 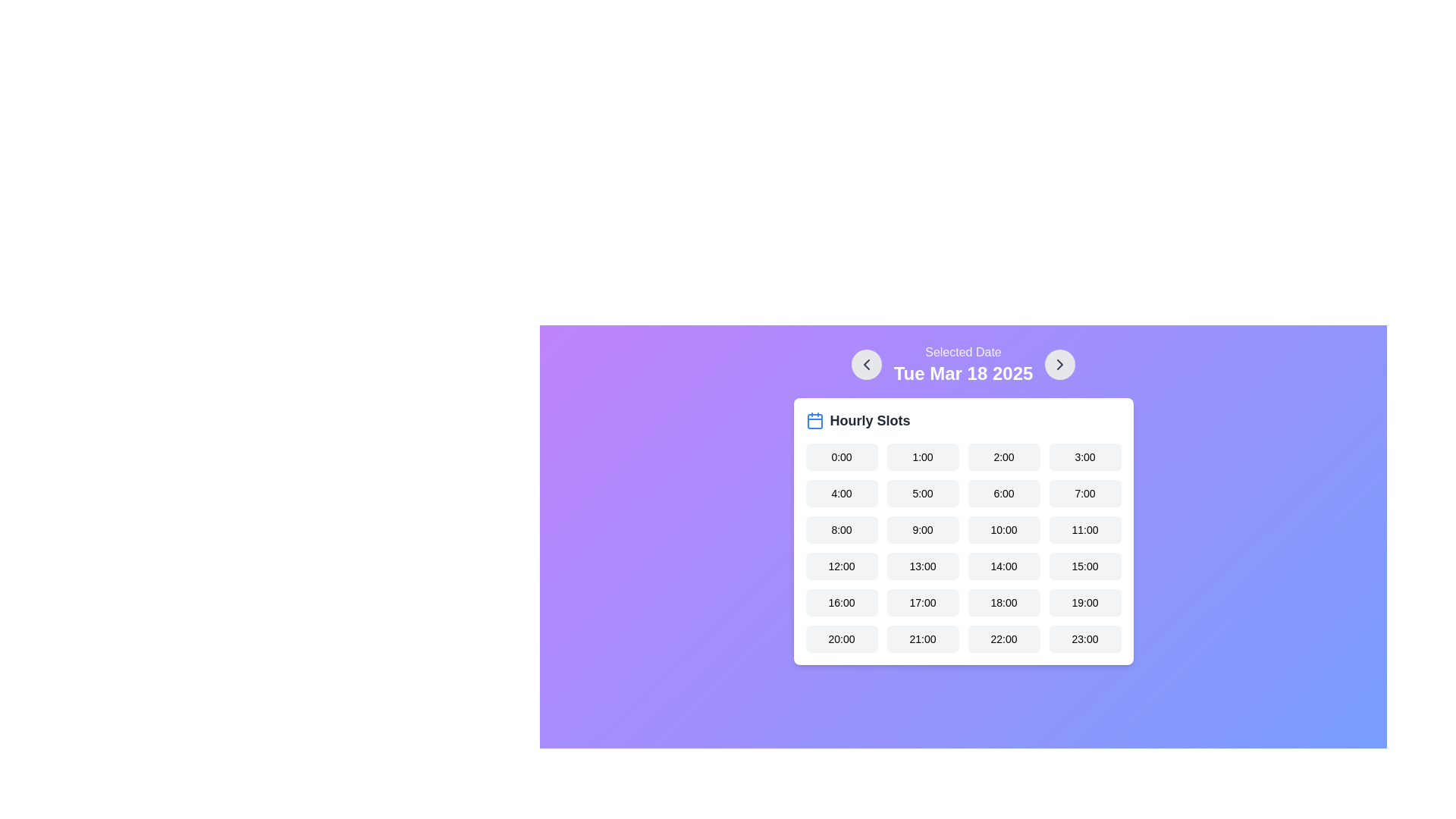 What do you see at coordinates (1004, 566) in the screenshot?
I see `the button displaying '14:00'` at bounding box center [1004, 566].